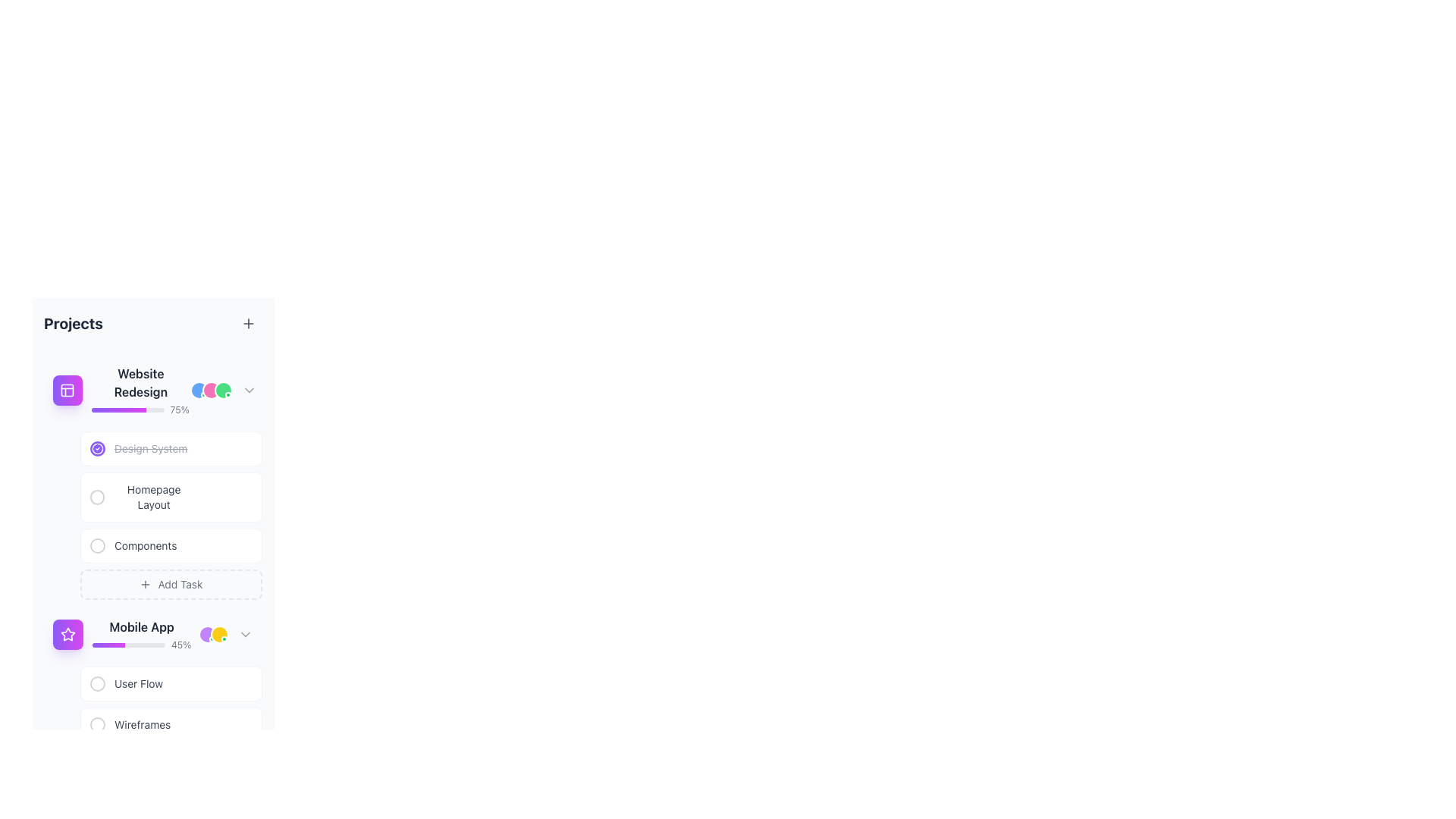  What do you see at coordinates (140, 390) in the screenshot?
I see `the progress bar element representing the 'Website Redesign' project in the project management dashboard` at bounding box center [140, 390].